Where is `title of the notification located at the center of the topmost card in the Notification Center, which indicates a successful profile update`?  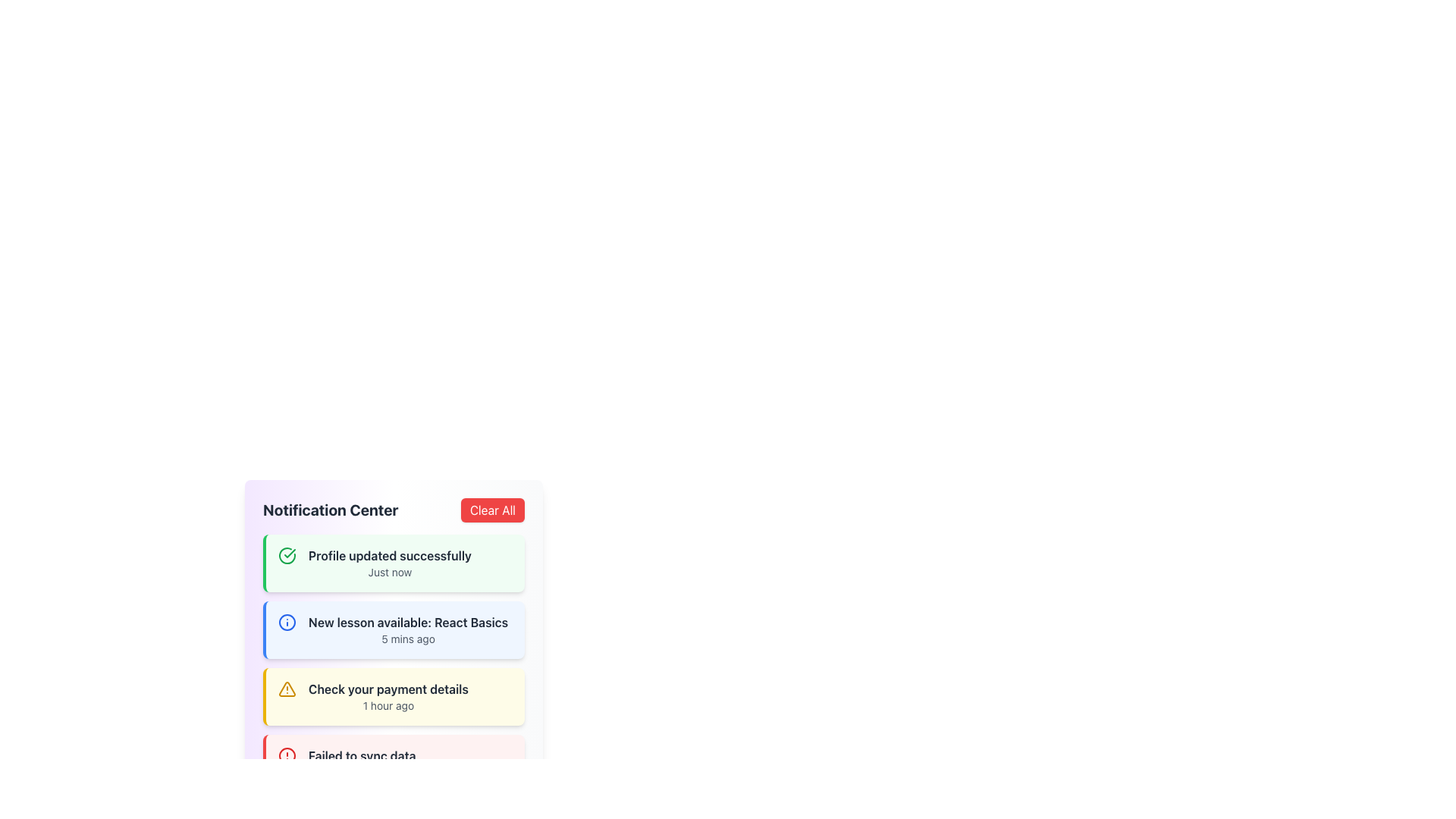 title of the notification located at the center of the topmost card in the Notification Center, which indicates a successful profile update is located at coordinates (390, 555).